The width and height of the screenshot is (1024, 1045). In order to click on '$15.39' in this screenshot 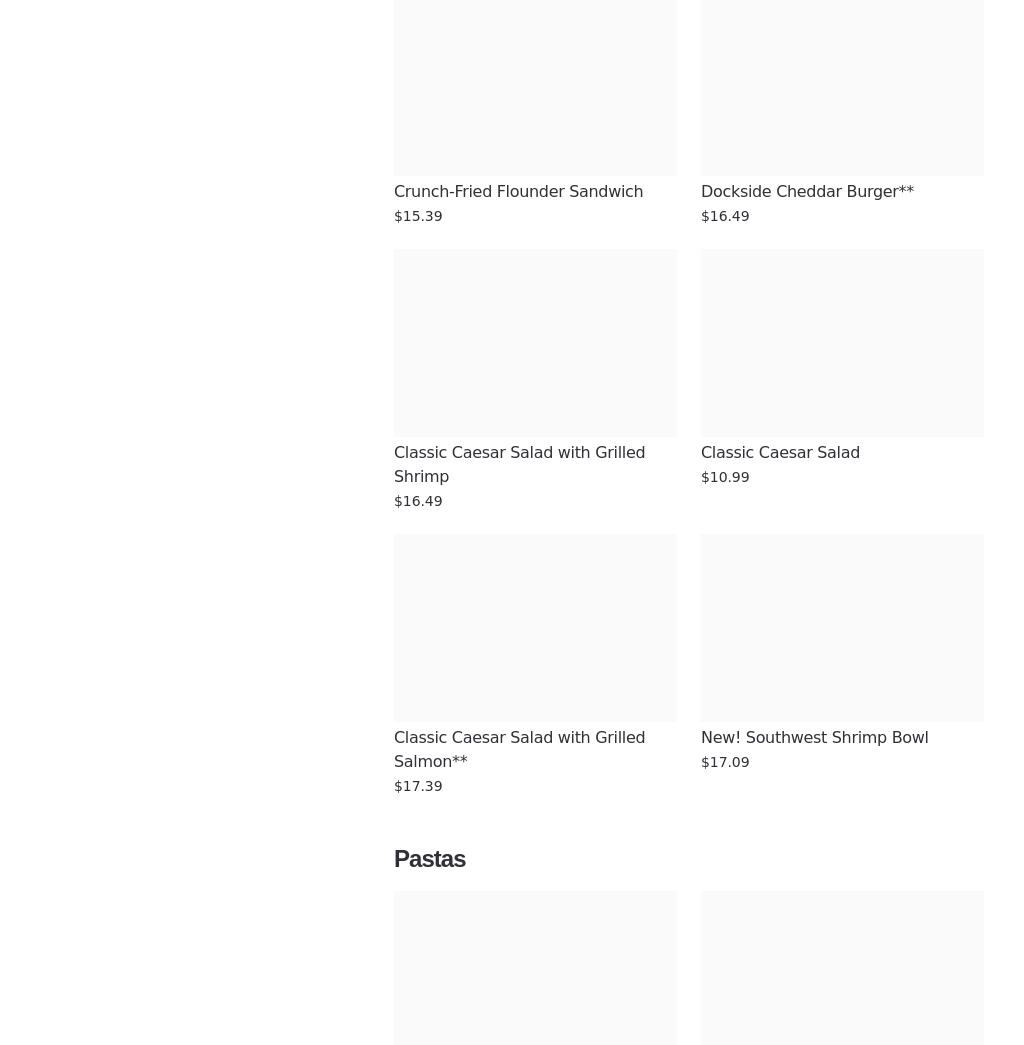, I will do `click(416, 216)`.